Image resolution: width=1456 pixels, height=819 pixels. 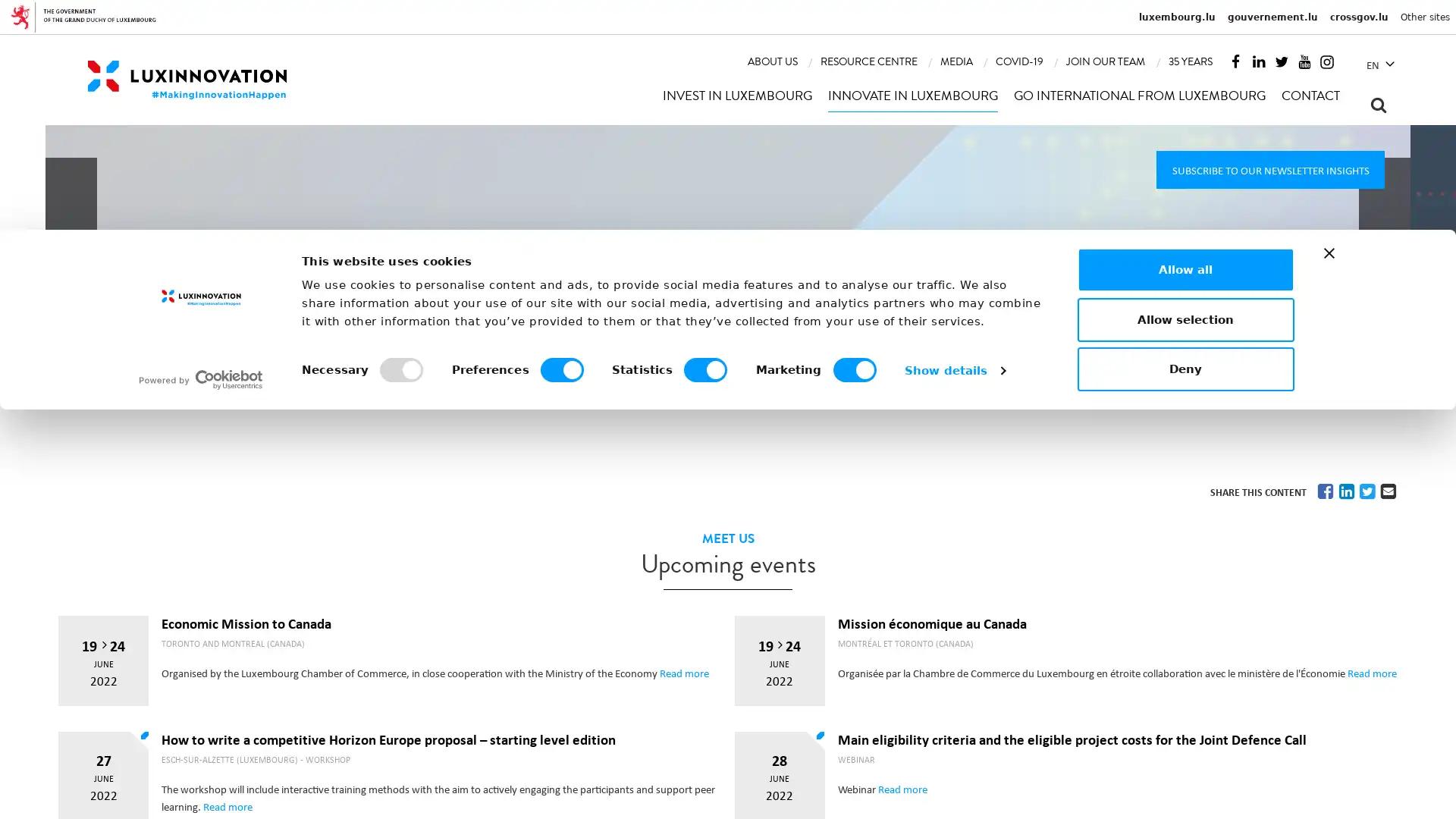 I want to click on Next, so click(x=1384, y=248).